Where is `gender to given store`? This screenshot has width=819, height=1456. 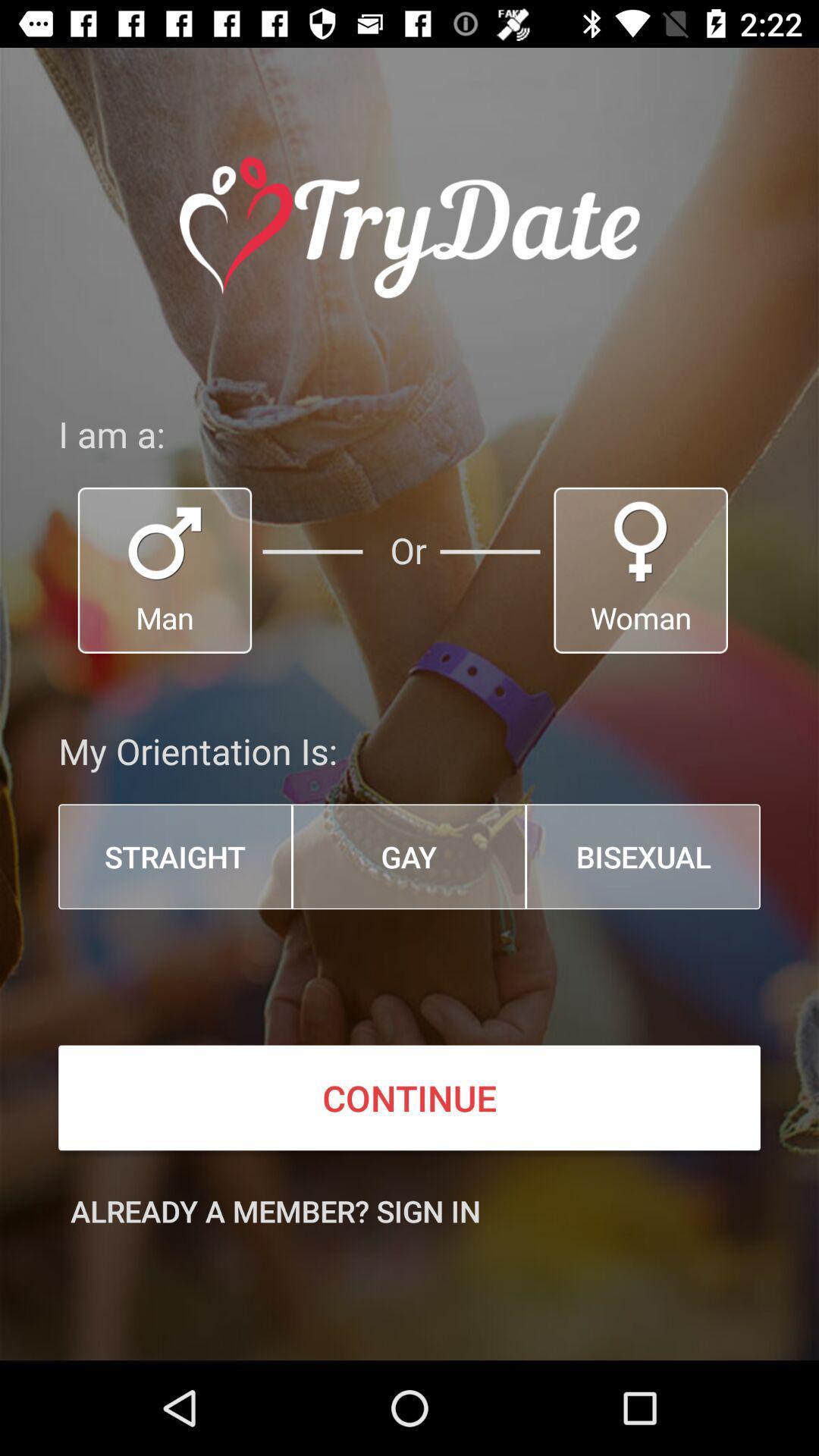 gender to given store is located at coordinates (641, 570).